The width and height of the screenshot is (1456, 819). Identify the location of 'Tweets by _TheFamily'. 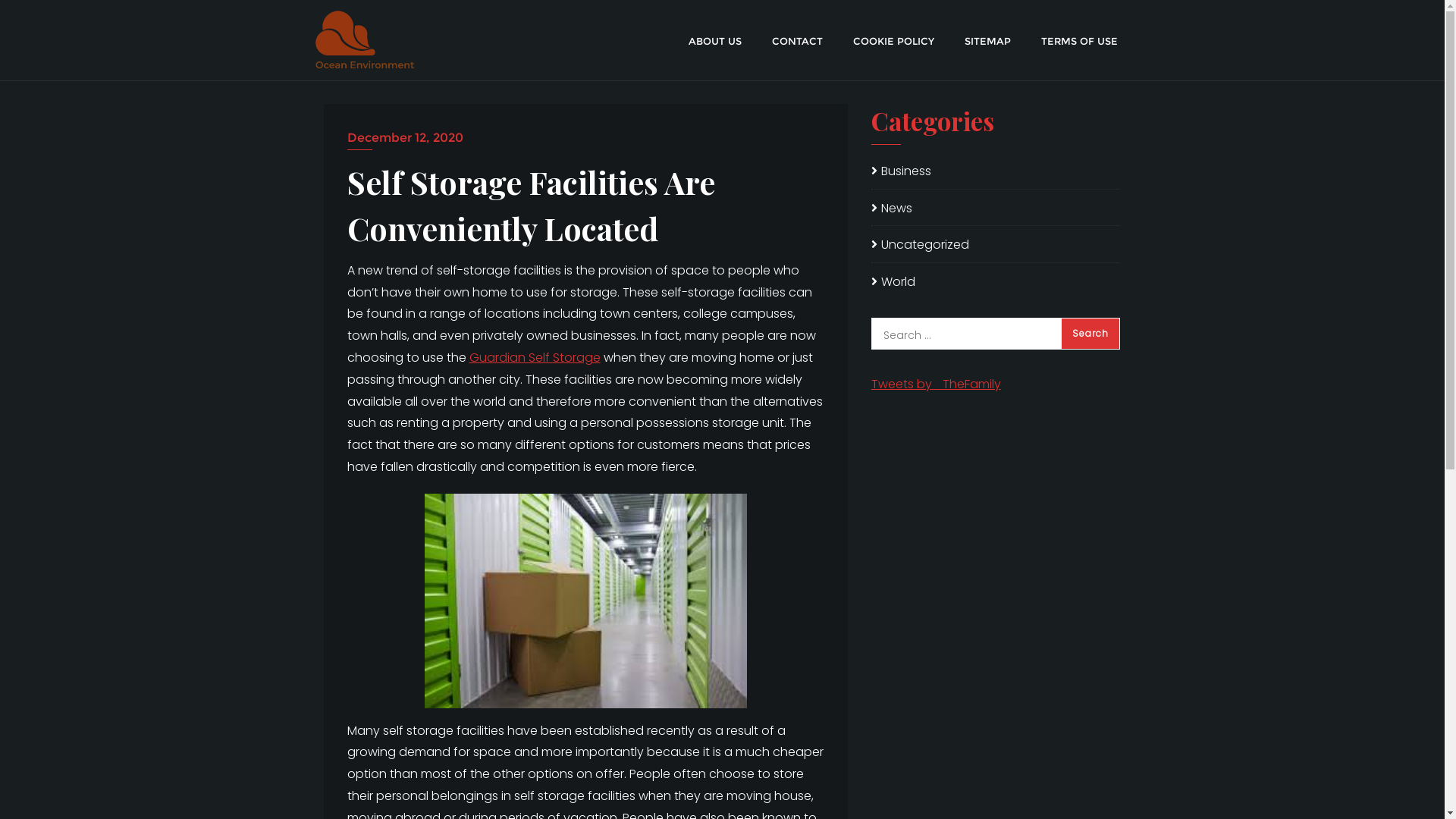
(935, 383).